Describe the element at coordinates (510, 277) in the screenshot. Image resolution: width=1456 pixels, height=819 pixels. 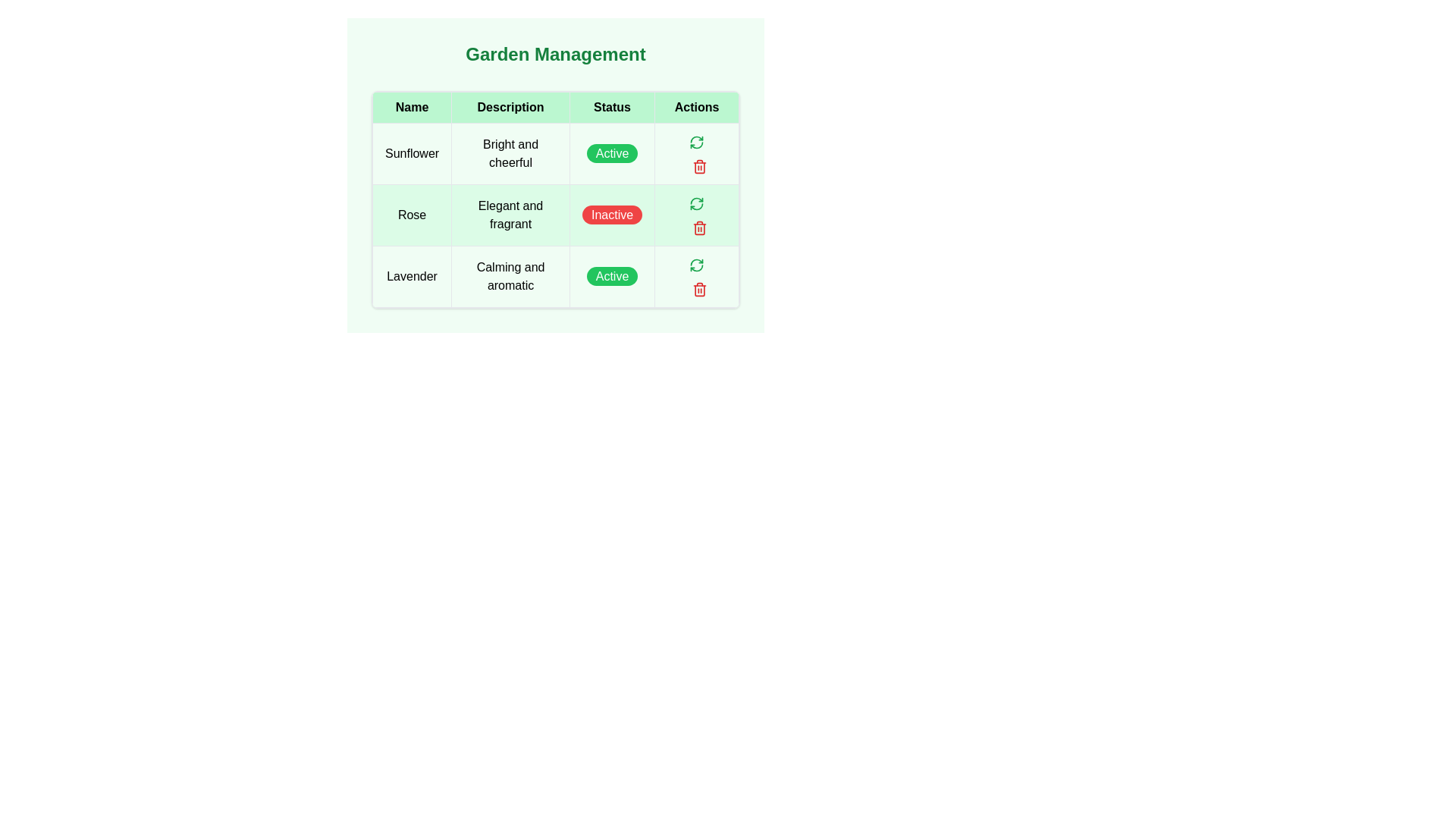
I see `text content of the table cell located in the third row of the 'Description' column, which summarizes the characteristics of 'Lavender'` at that location.